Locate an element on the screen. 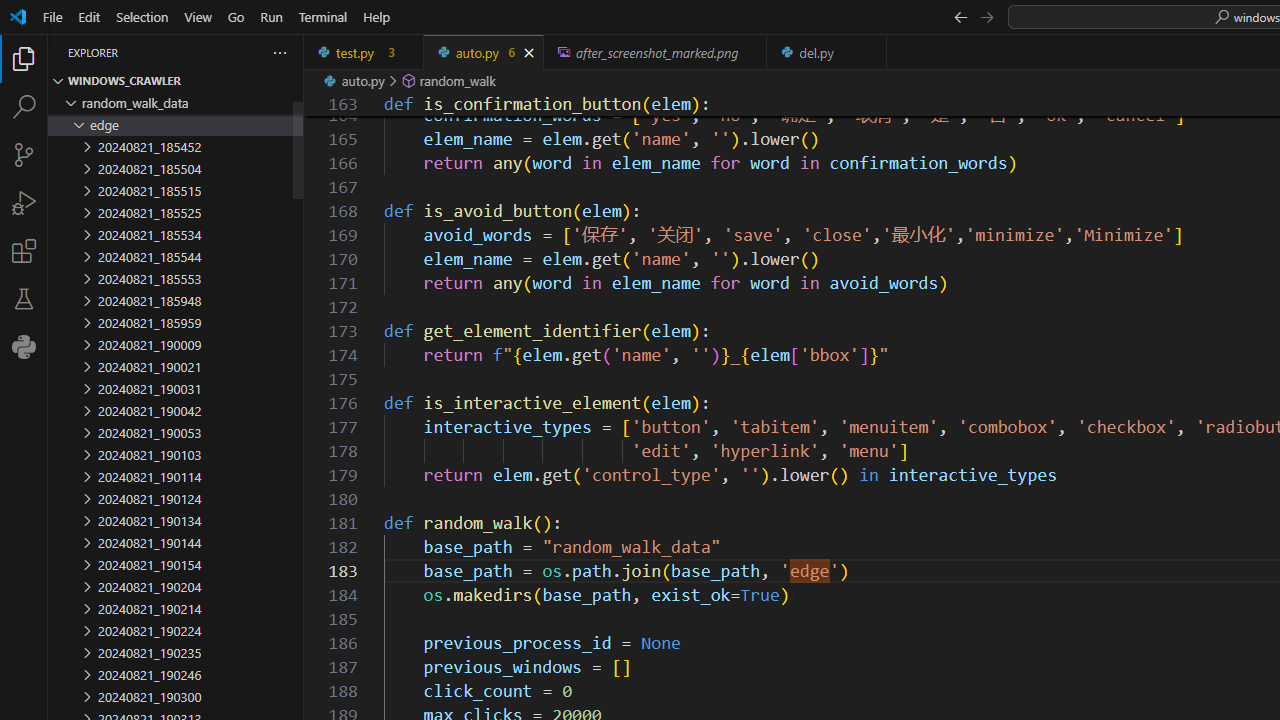  'test.py' is located at coordinates (364, 51).